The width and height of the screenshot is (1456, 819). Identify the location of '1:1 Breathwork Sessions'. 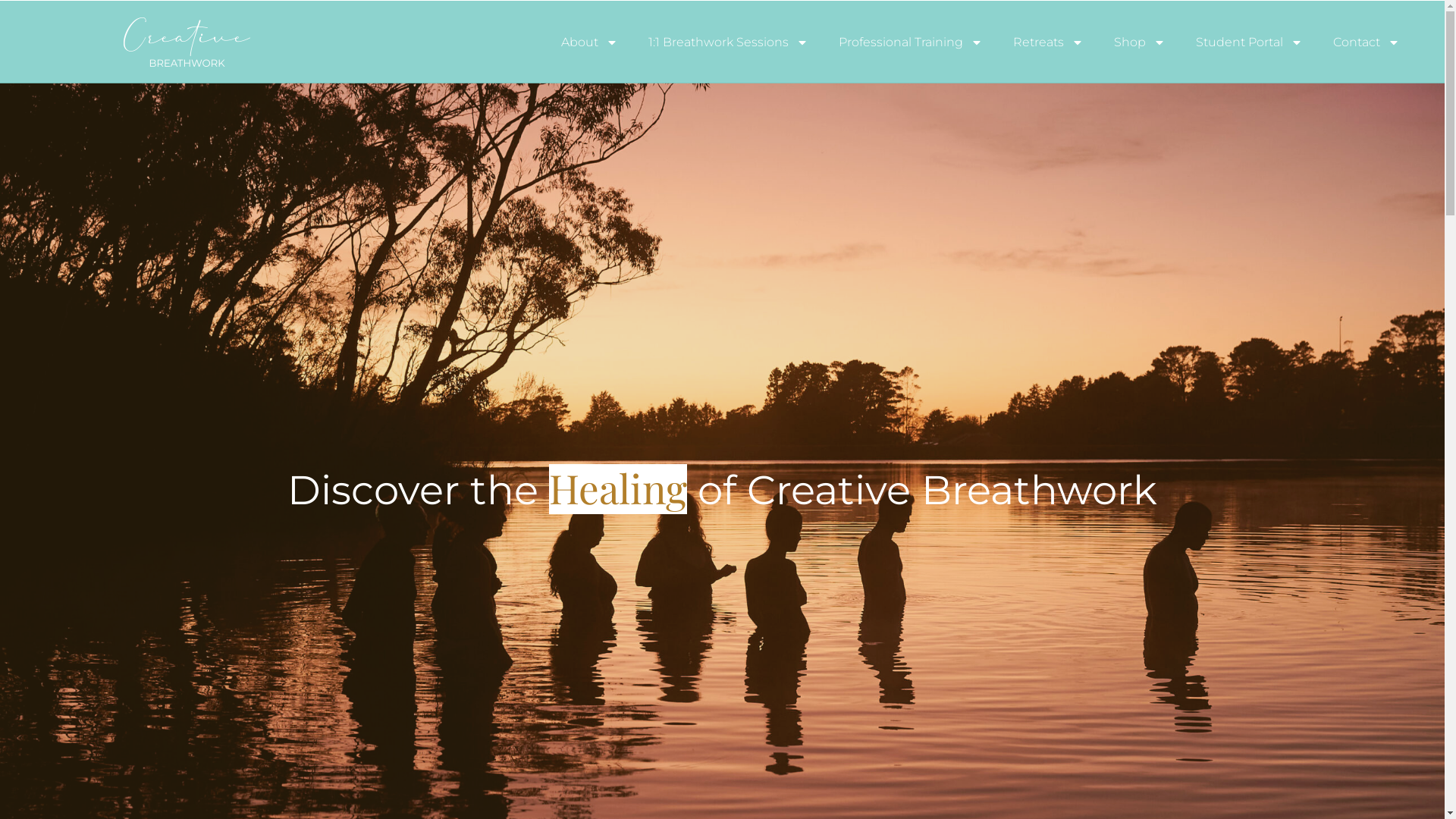
(728, 40).